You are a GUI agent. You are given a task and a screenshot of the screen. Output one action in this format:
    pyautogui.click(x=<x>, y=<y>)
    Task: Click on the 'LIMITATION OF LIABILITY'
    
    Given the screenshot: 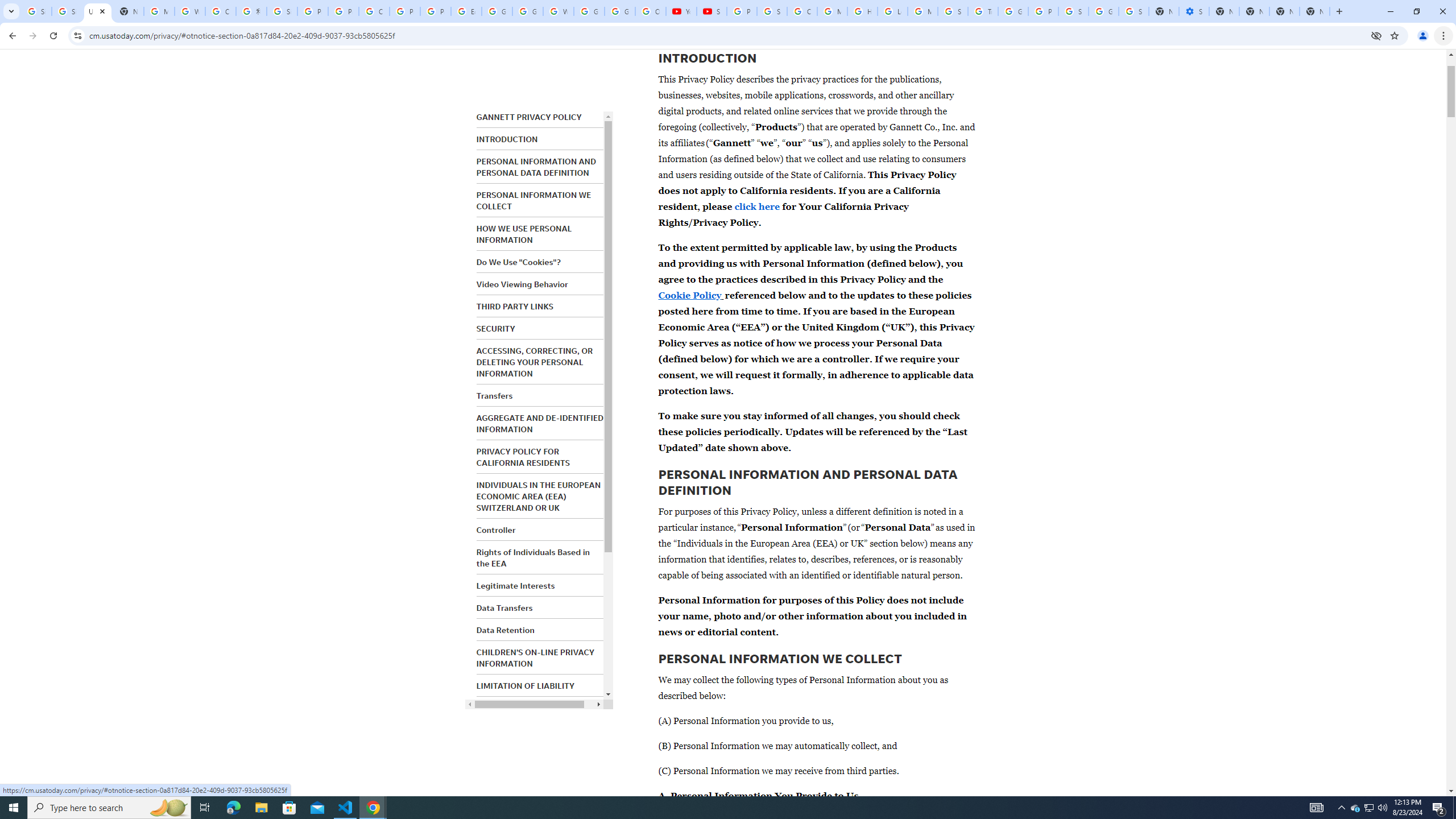 What is the action you would take?
    pyautogui.click(x=526, y=686)
    